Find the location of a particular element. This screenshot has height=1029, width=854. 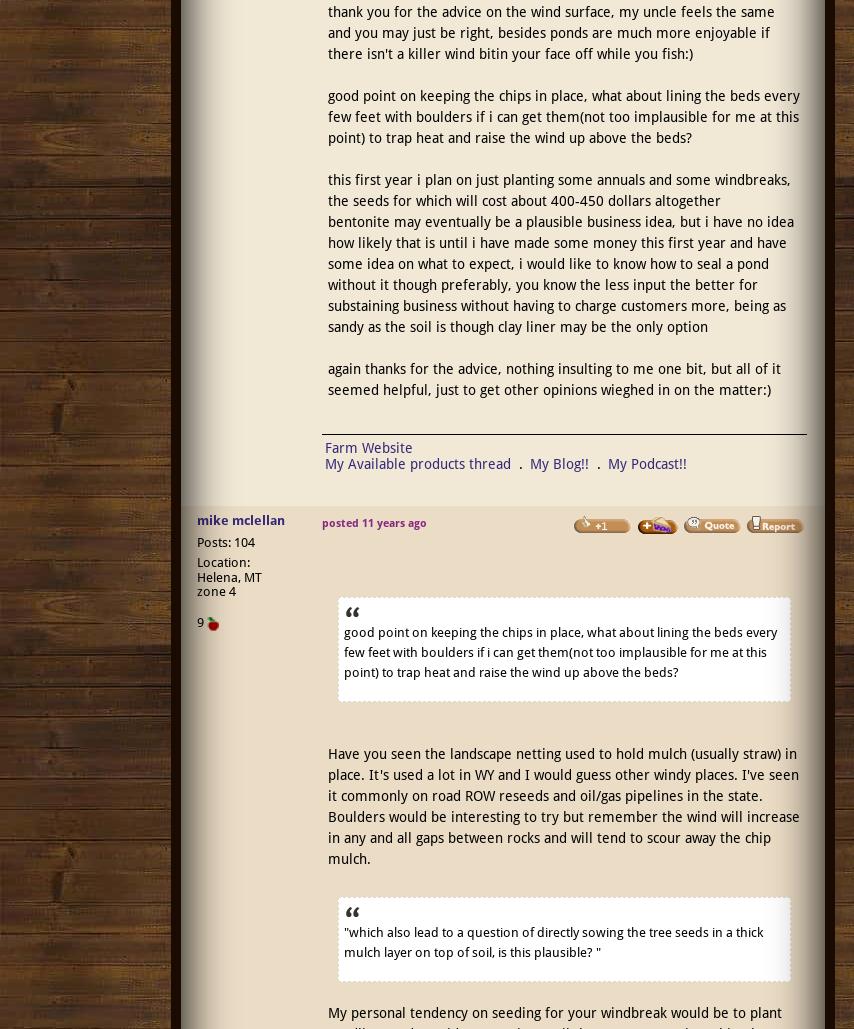

'9' is located at coordinates (198, 622).